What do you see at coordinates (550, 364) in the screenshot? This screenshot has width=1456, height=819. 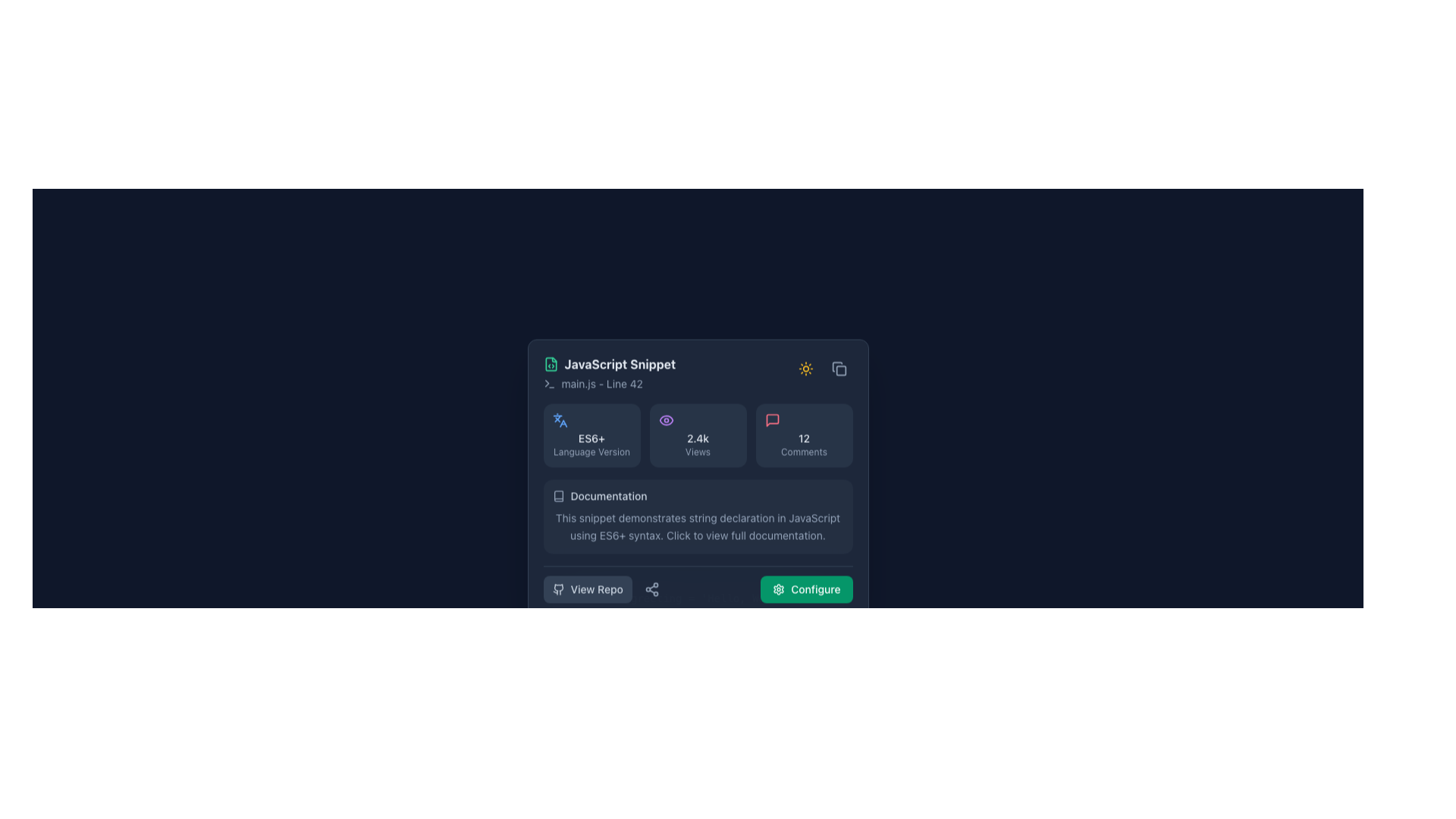 I see `the leftmost and largest segment of the SVG file code icon, which is a decorative non-interactive component with rounded corners and an emerald green theme` at bounding box center [550, 364].